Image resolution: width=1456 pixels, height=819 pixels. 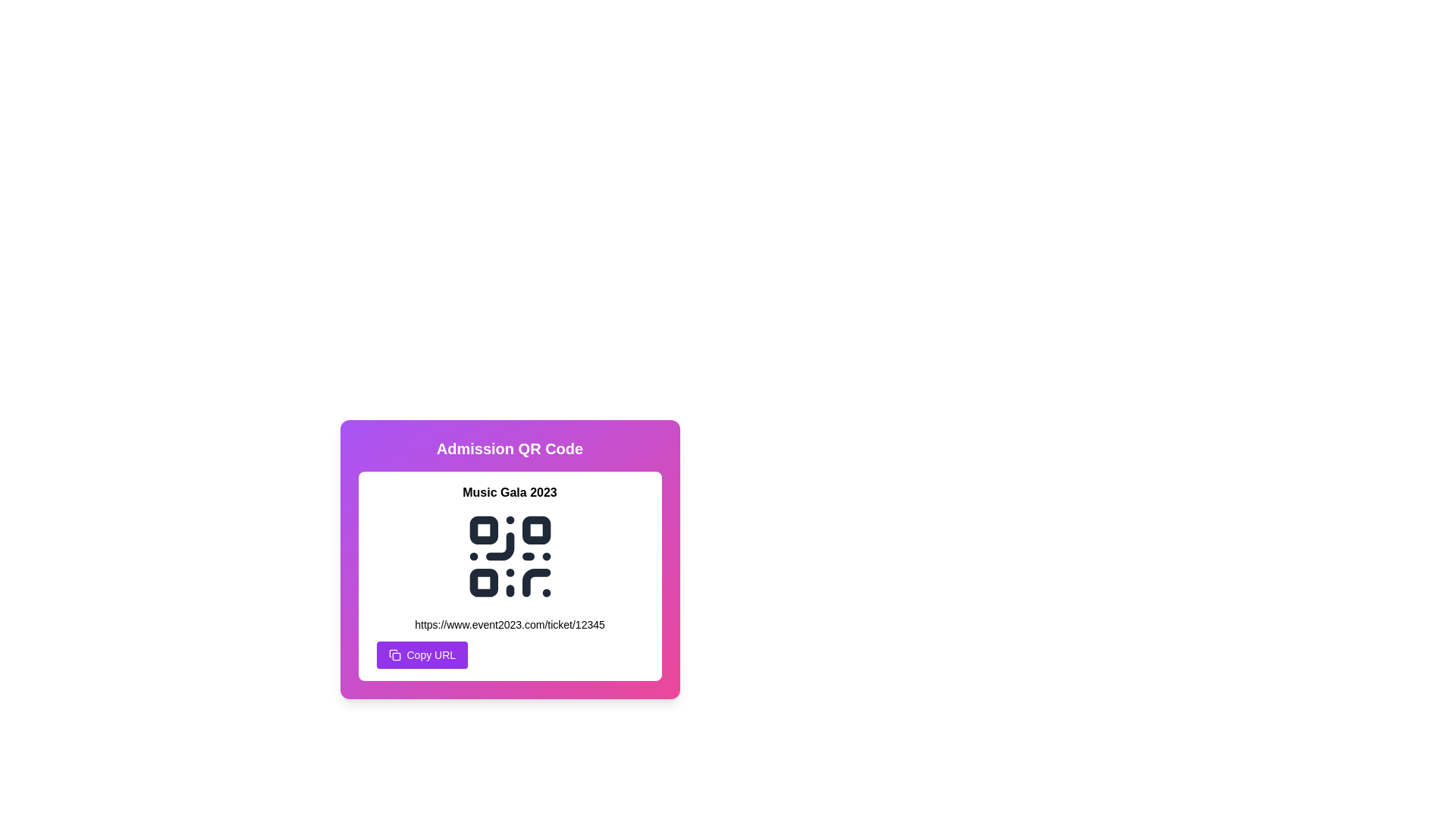 I want to click on the 'Copy URL' button, which is represented by a small rectangular icon with rounded corners located near the left side of the label text, so click(x=396, y=656).